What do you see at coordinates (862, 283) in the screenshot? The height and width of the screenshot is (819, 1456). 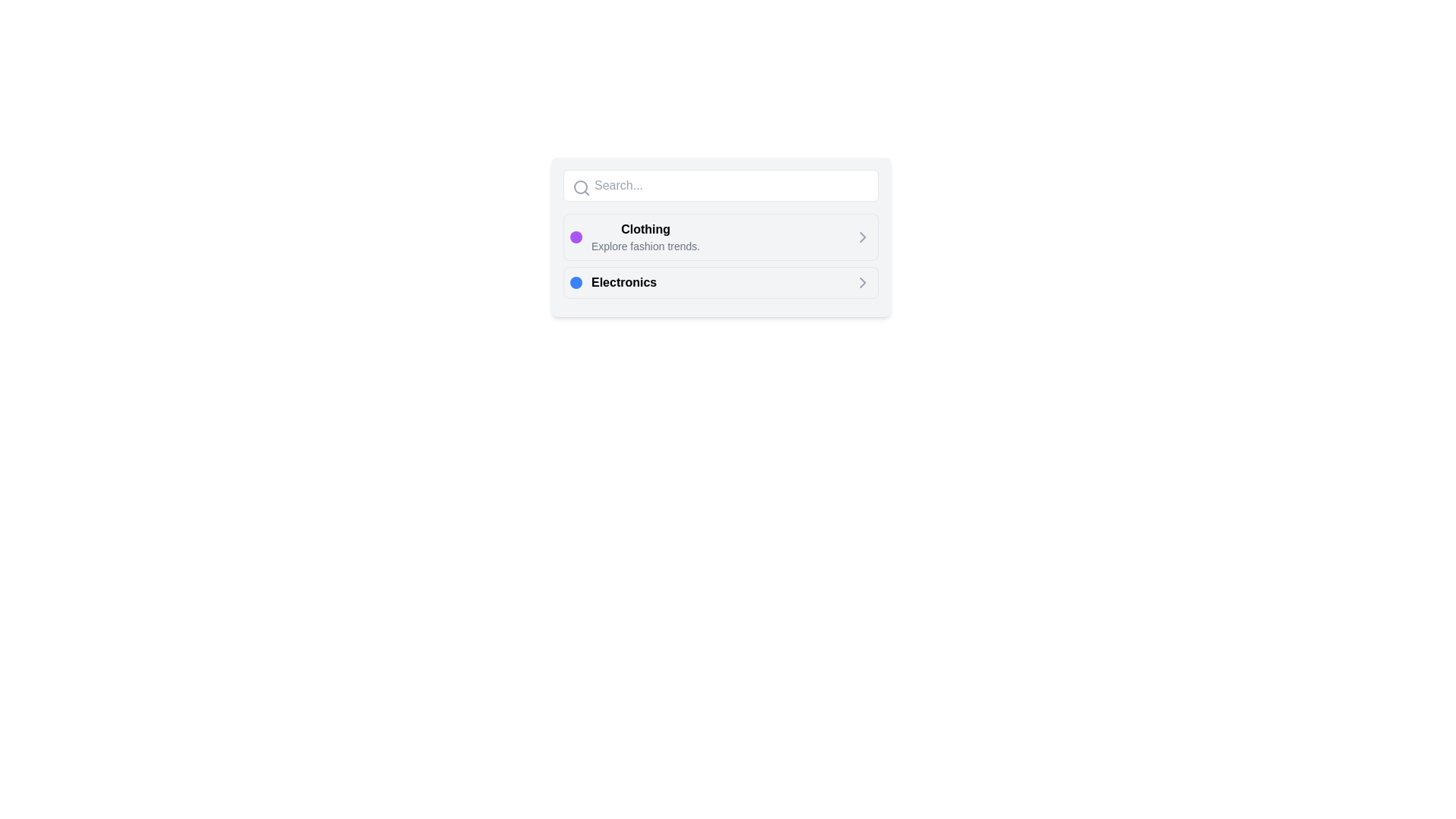 I see `the interactive button icon` at bounding box center [862, 283].